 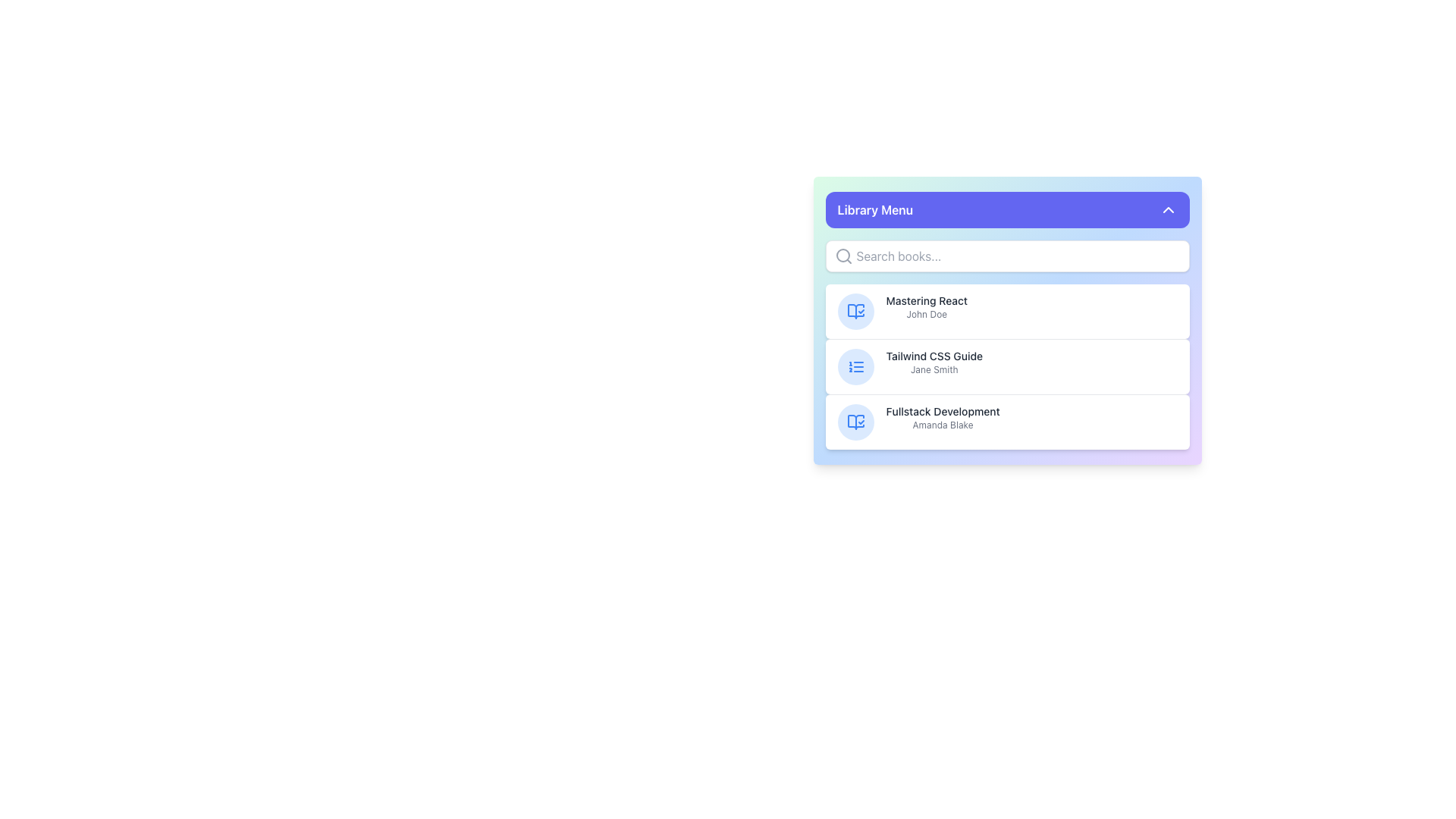 What do you see at coordinates (1007, 345) in the screenshot?
I see `the second item in the Library Menu list, which contains book entries including title and author name` at bounding box center [1007, 345].